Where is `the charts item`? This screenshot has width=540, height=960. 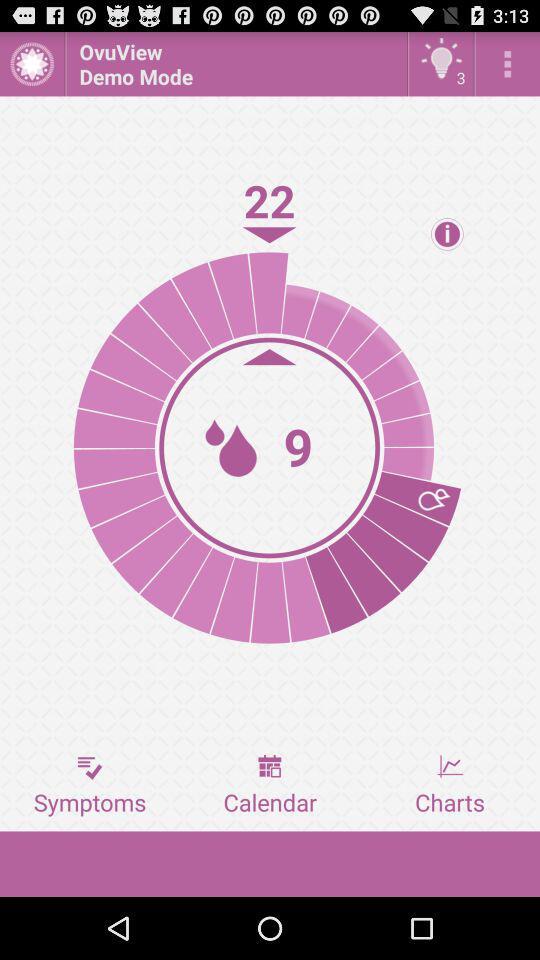 the charts item is located at coordinates (449, 785).